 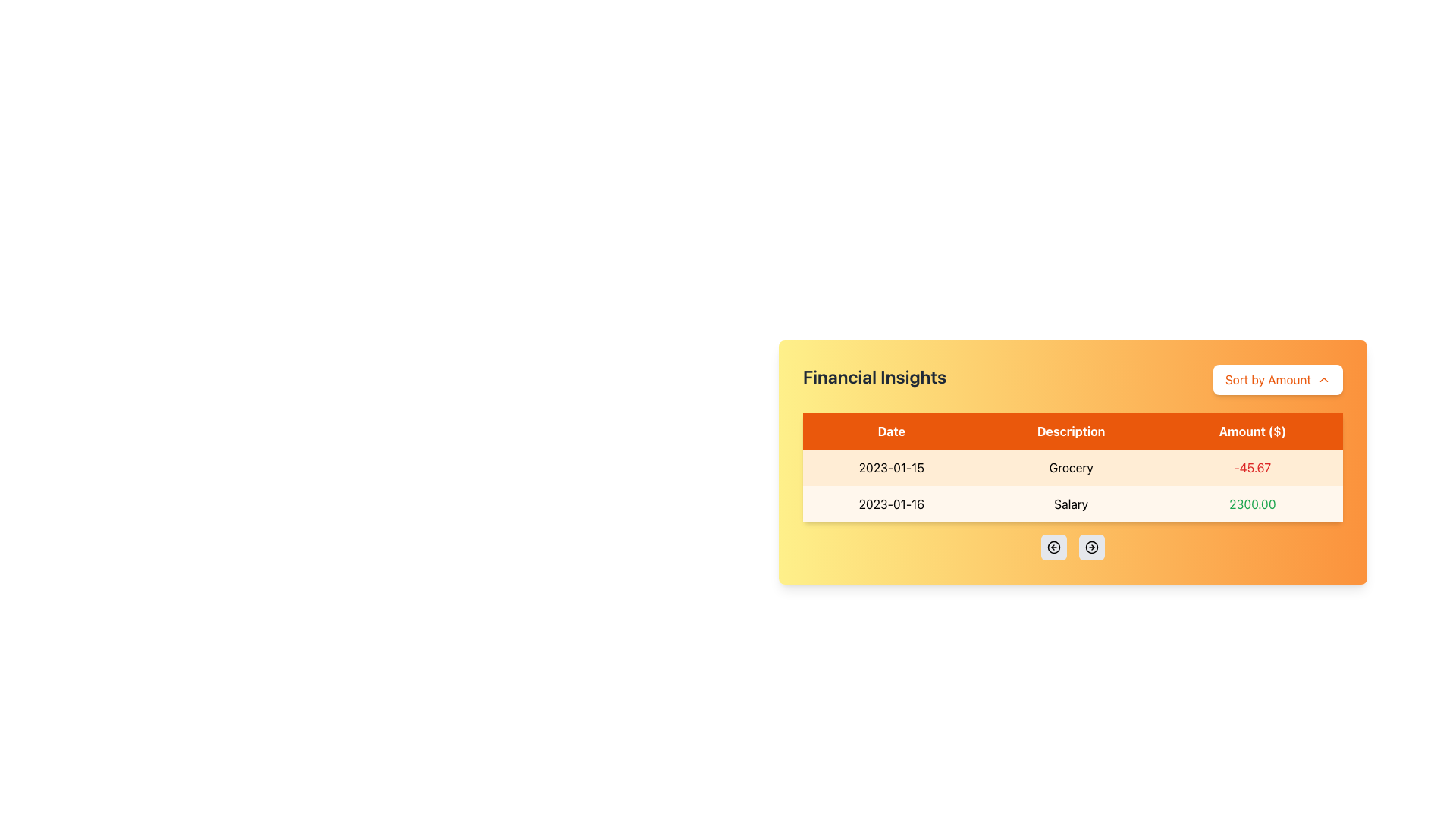 What do you see at coordinates (1070, 504) in the screenshot?
I see `the text field displaying 'Salary' in black font, which is centered within a light beige background in the second cell of the 'Description' column of the table for the date '2023-01-16' in the 'Financial Insights' card interface` at bounding box center [1070, 504].